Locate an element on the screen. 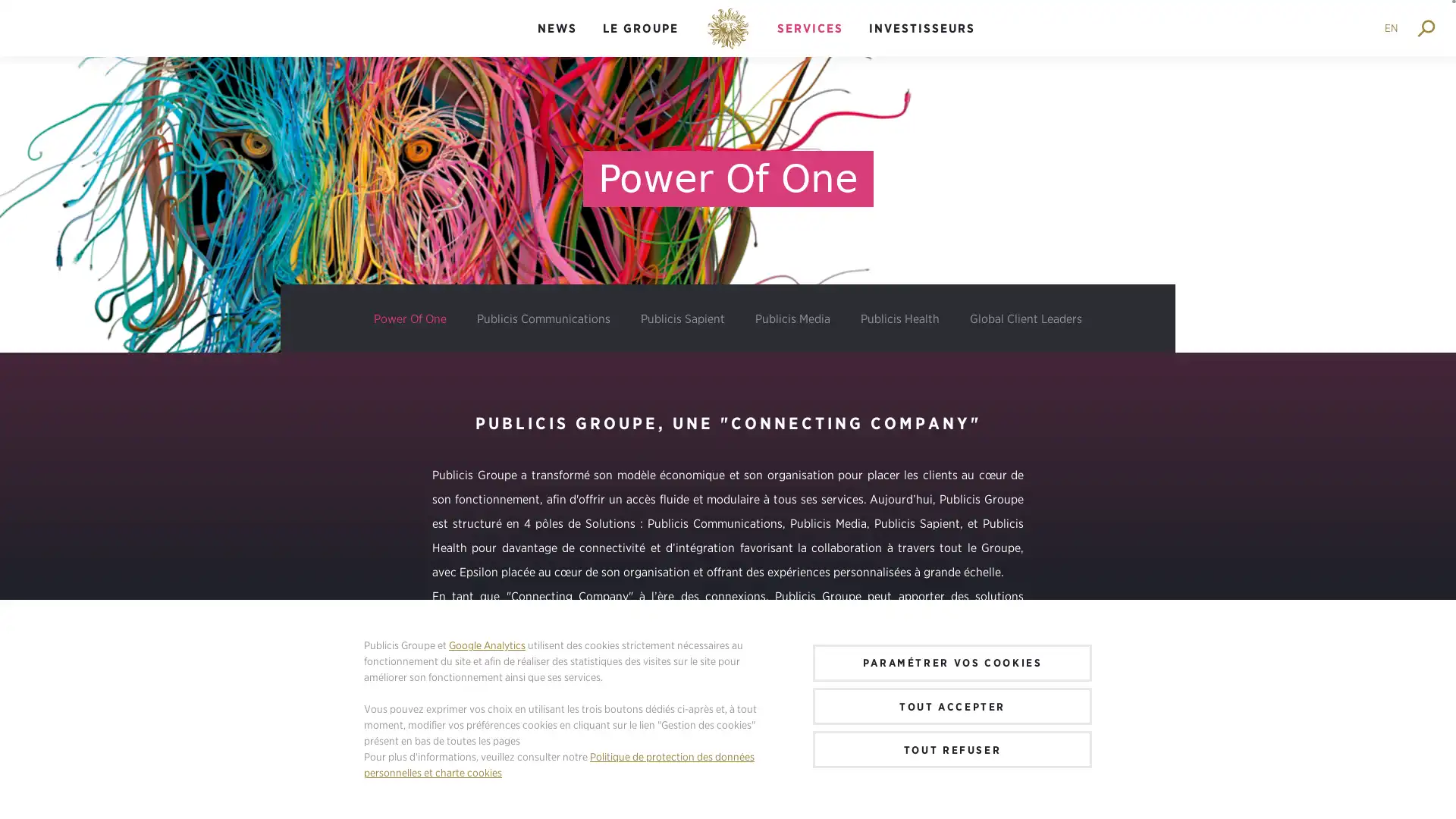 The width and height of the screenshot is (1456, 819). TOUT REFUSER TOUT REFUSER is located at coordinates (952, 748).